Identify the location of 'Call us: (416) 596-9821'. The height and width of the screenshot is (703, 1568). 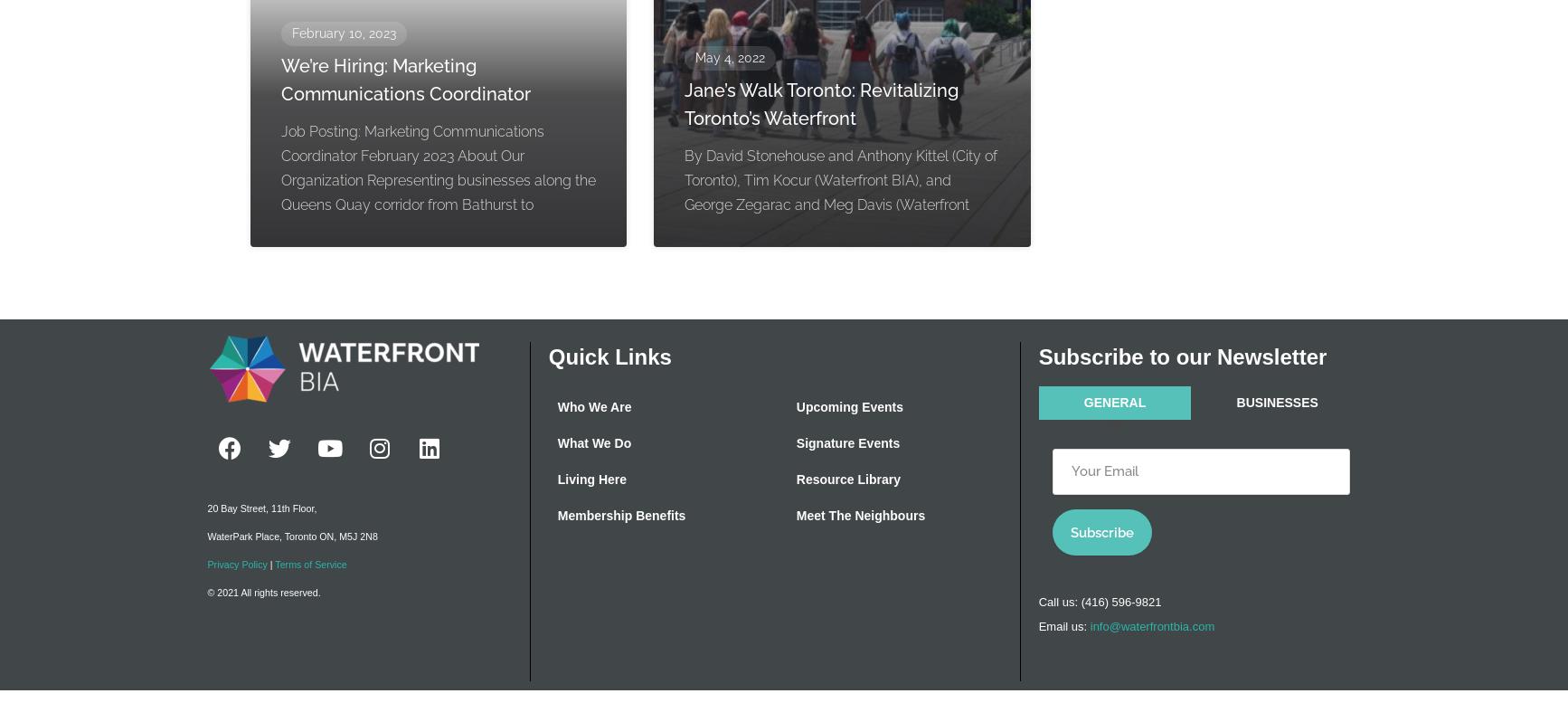
(1038, 601).